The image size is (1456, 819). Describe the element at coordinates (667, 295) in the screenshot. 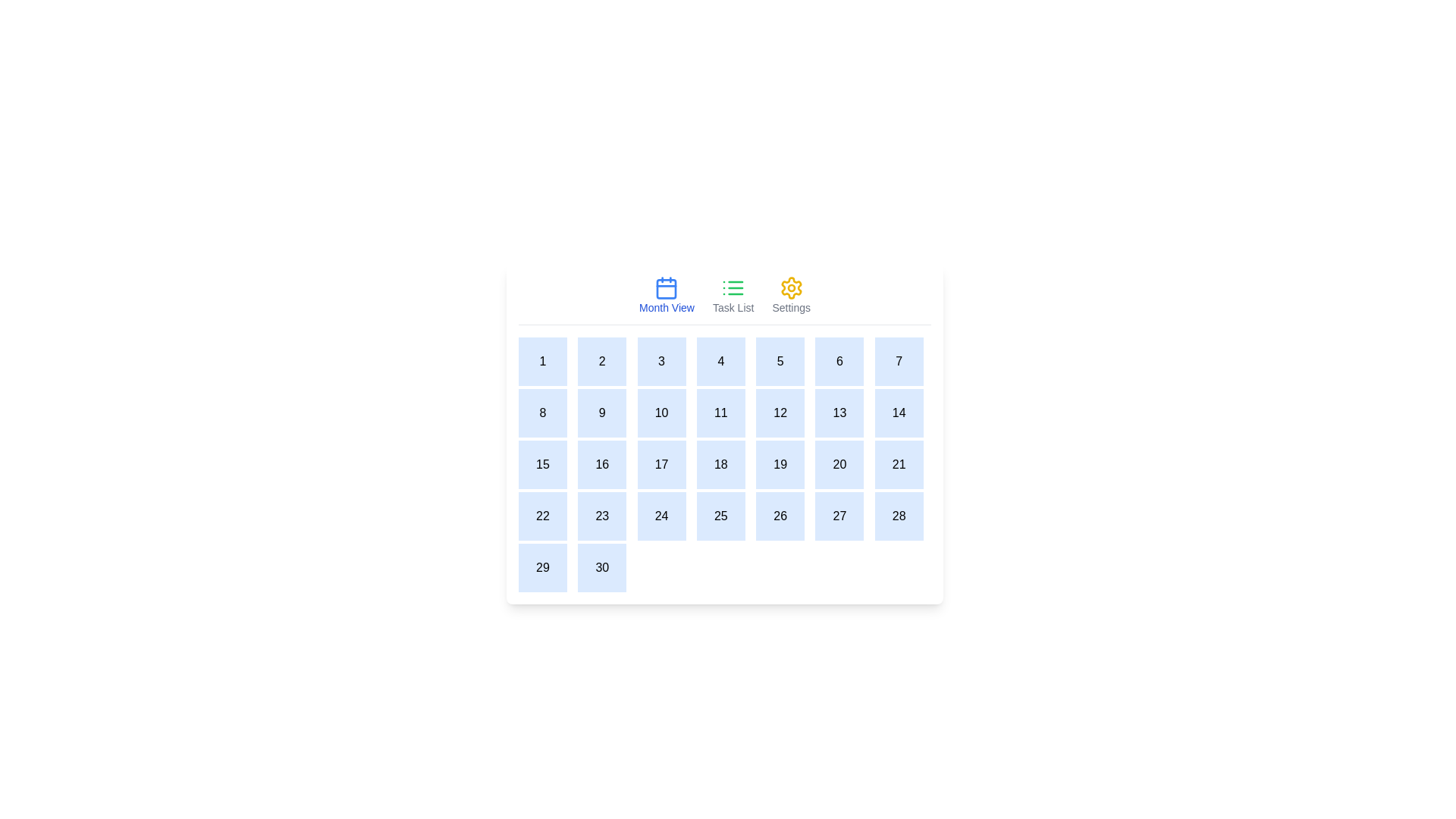

I see `the tab labeled Month View` at that location.